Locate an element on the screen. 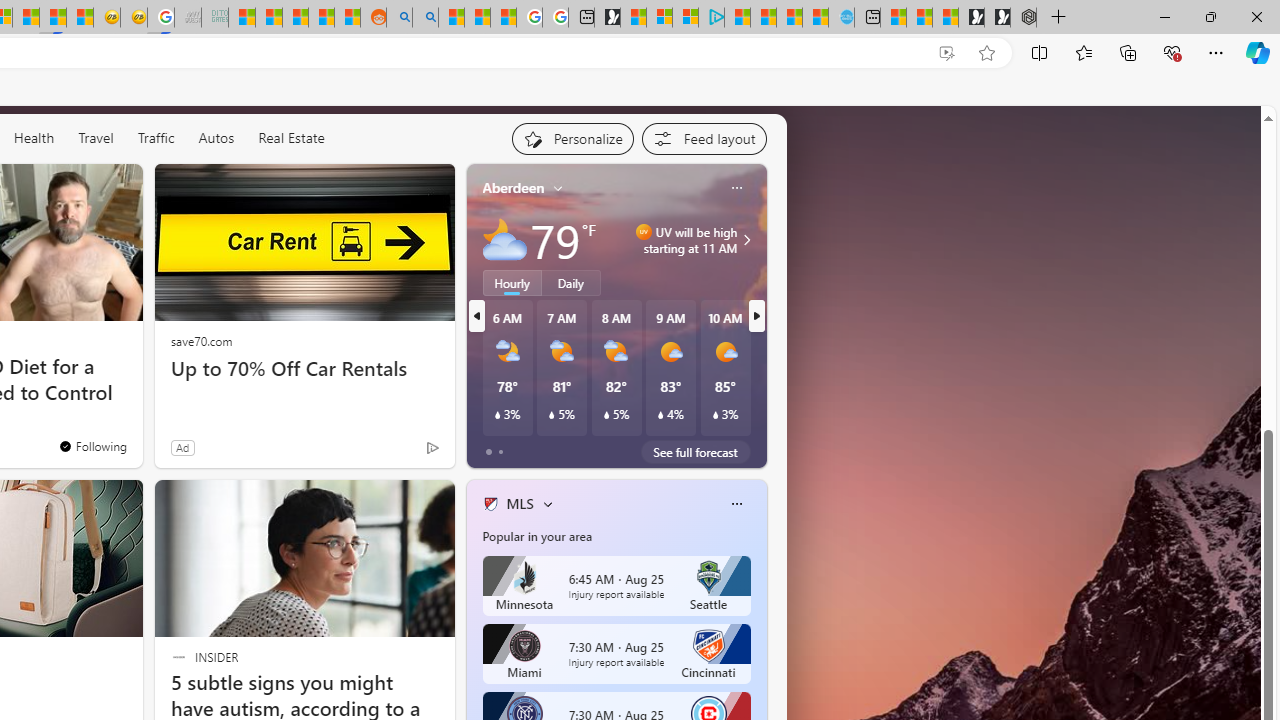 This screenshot has width=1280, height=720. 'Feed settings' is located at coordinates (704, 137).